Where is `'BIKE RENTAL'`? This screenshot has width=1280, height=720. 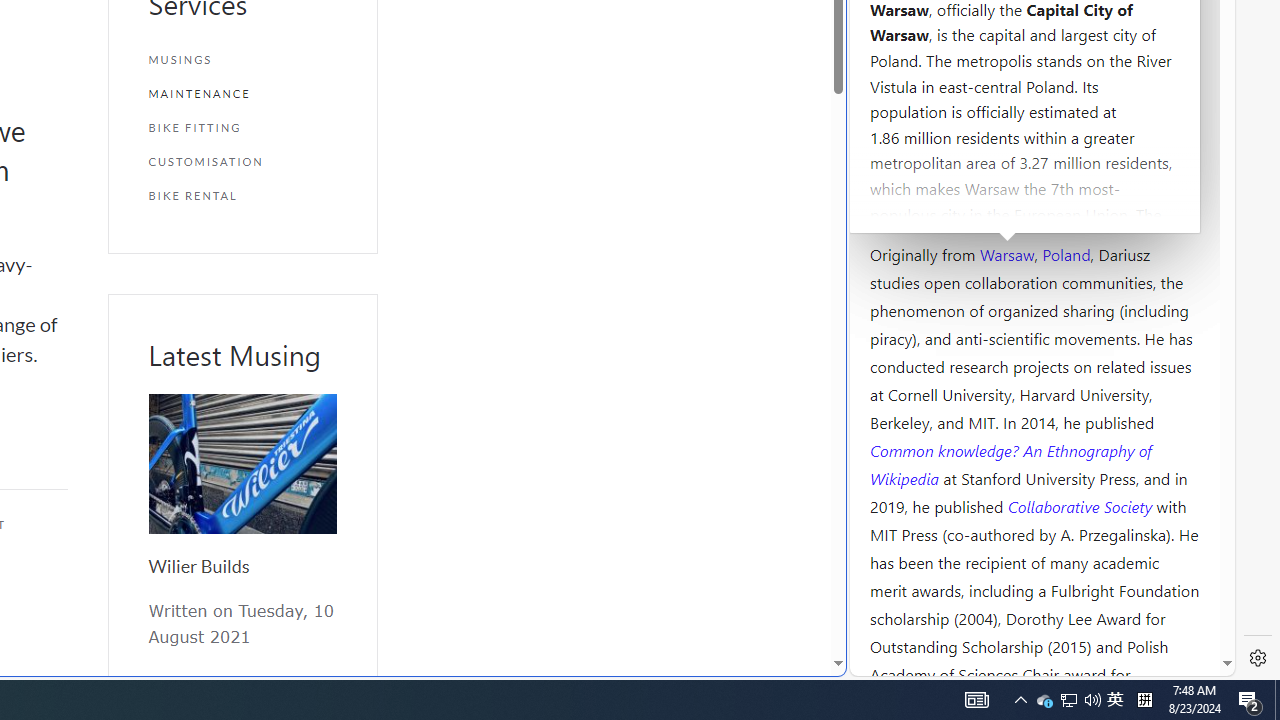
'BIKE RENTAL' is located at coordinates (241, 195).